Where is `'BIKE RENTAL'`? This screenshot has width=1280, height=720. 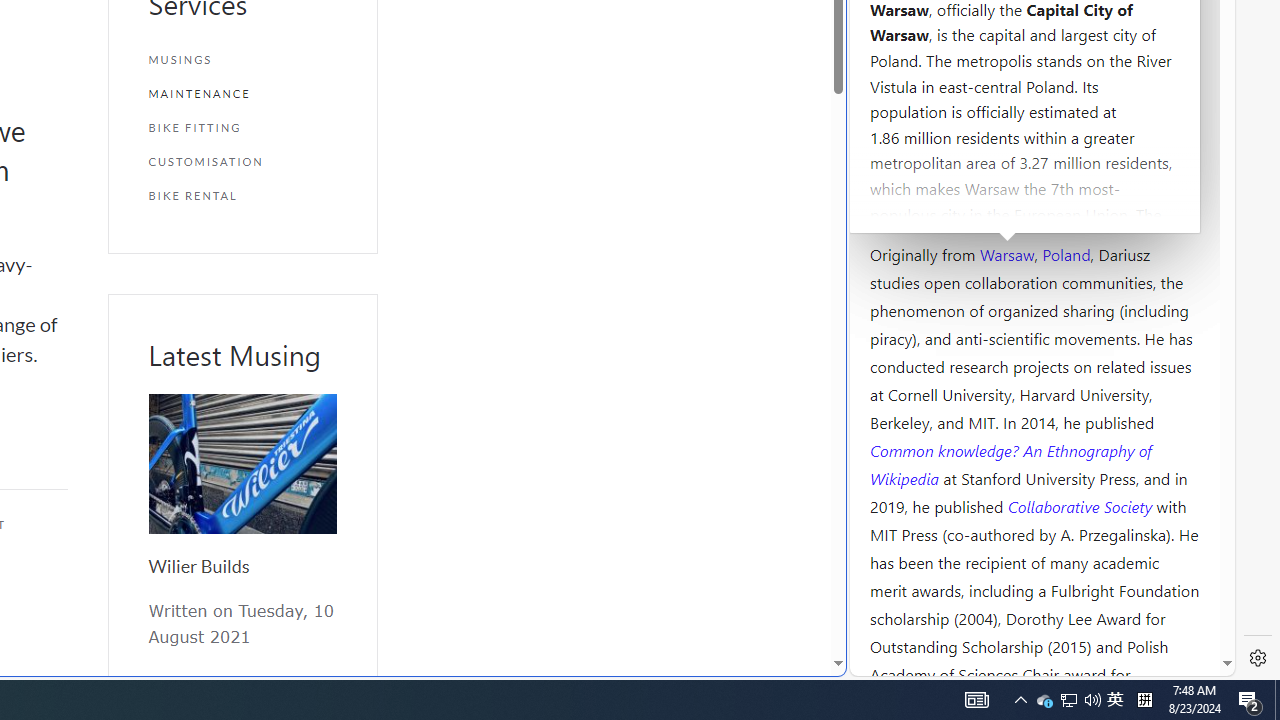
'BIKE RENTAL' is located at coordinates (241, 195).